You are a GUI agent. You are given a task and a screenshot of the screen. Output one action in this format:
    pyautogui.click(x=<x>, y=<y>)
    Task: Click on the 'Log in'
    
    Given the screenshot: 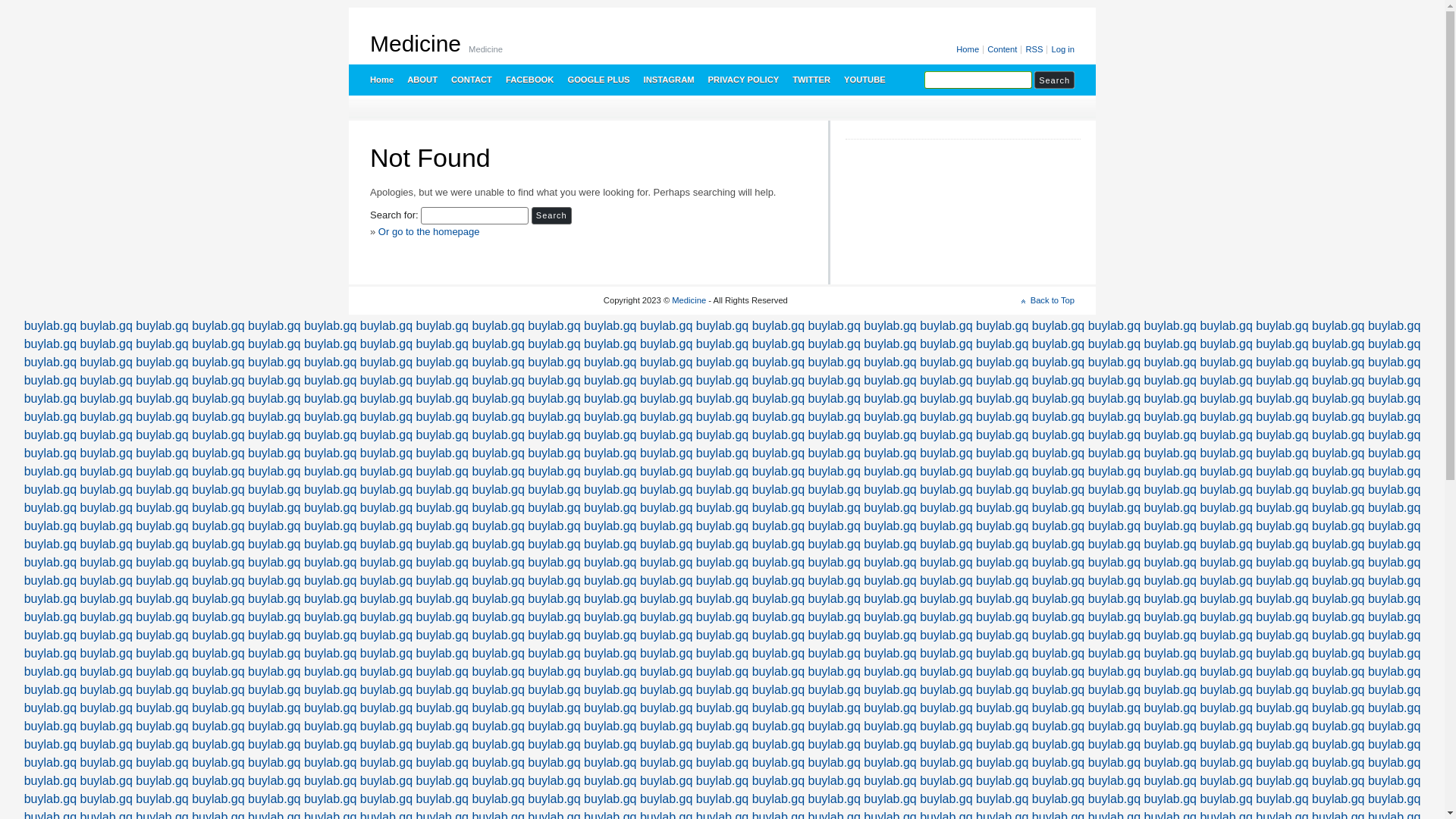 What is the action you would take?
    pyautogui.click(x=1060, y=49)
    